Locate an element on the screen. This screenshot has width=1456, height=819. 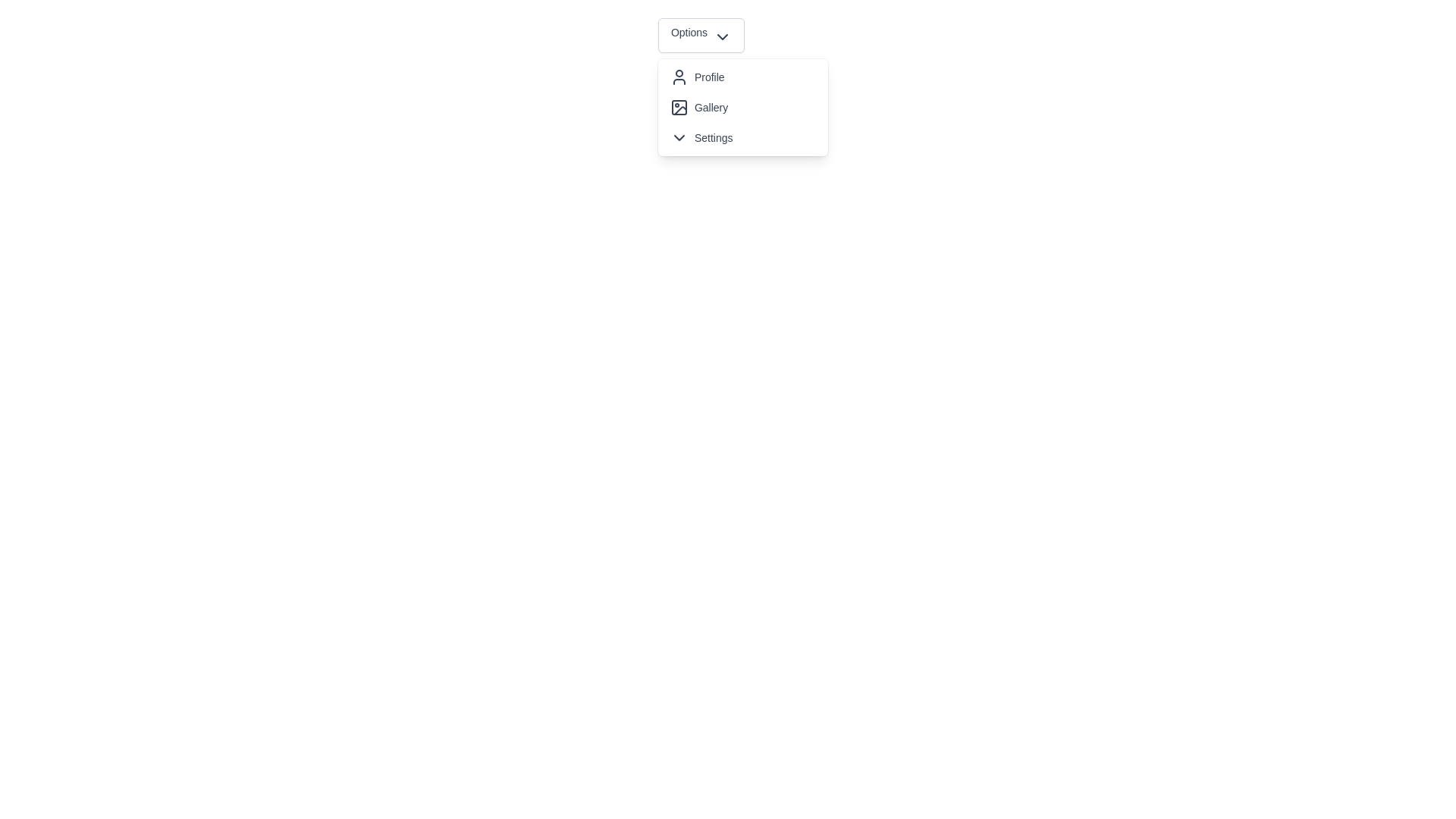
the second item in the vertical dropdown menu, which serves as a navigation option to redirect the user to the gallery-related page is located at coordinates (742, 107).